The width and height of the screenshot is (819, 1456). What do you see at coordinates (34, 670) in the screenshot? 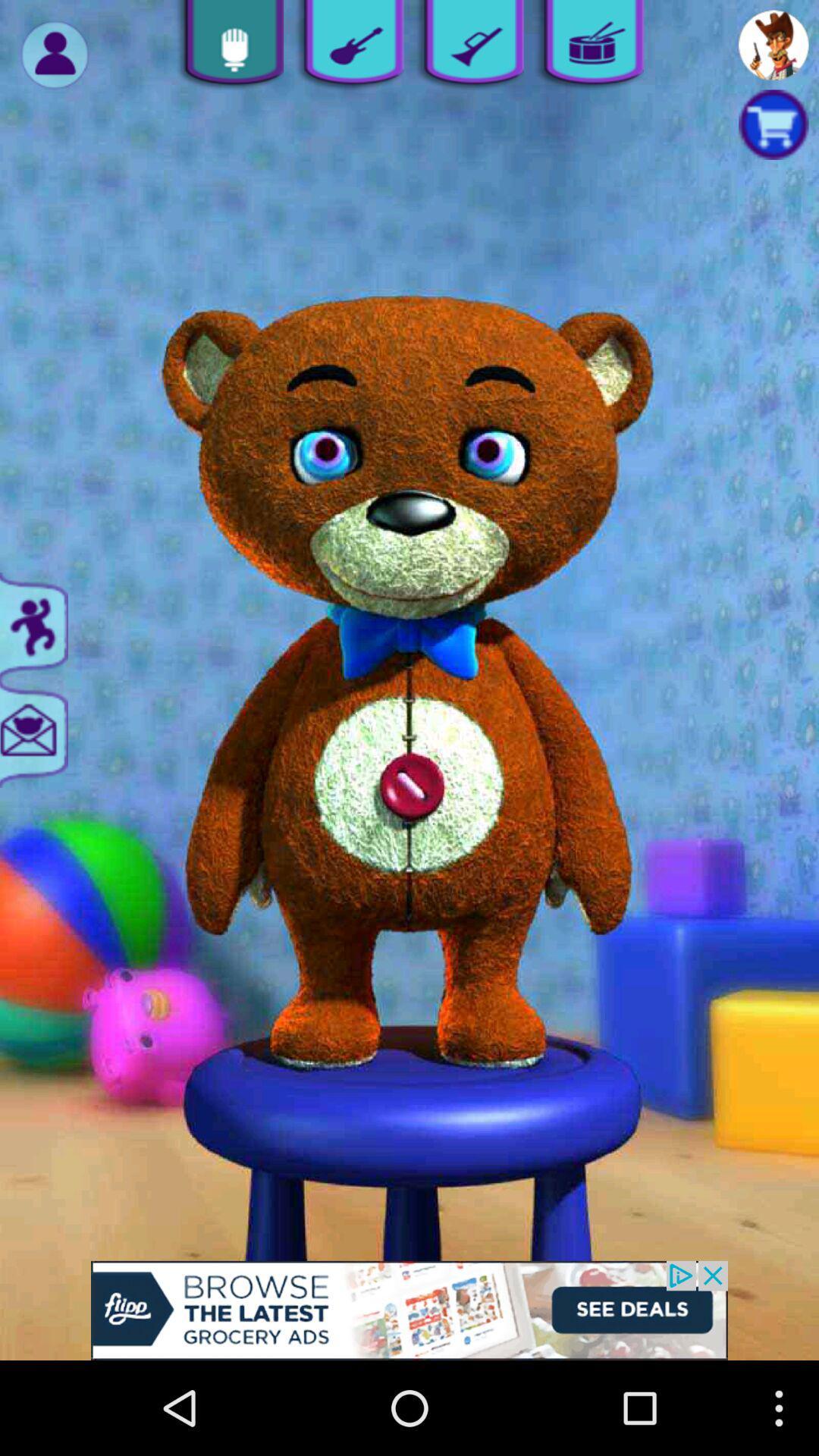
I see `the sliders icon` at bounding box center [34, 670].